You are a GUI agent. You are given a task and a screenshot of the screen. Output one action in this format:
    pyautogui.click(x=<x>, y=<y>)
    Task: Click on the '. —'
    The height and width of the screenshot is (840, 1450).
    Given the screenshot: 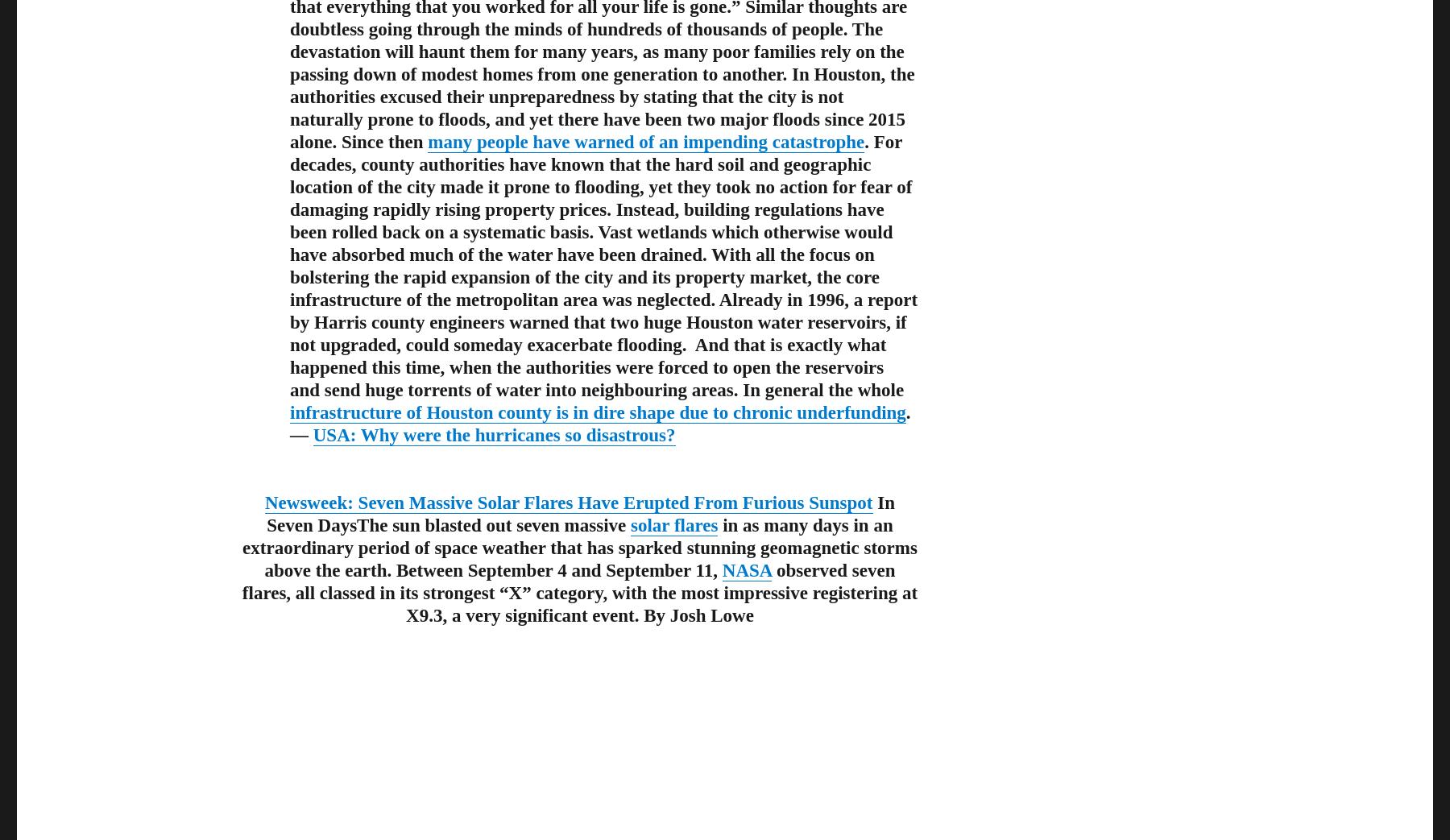 What is the action you would take?
    pyautogui.click(x=599, y=423)
    